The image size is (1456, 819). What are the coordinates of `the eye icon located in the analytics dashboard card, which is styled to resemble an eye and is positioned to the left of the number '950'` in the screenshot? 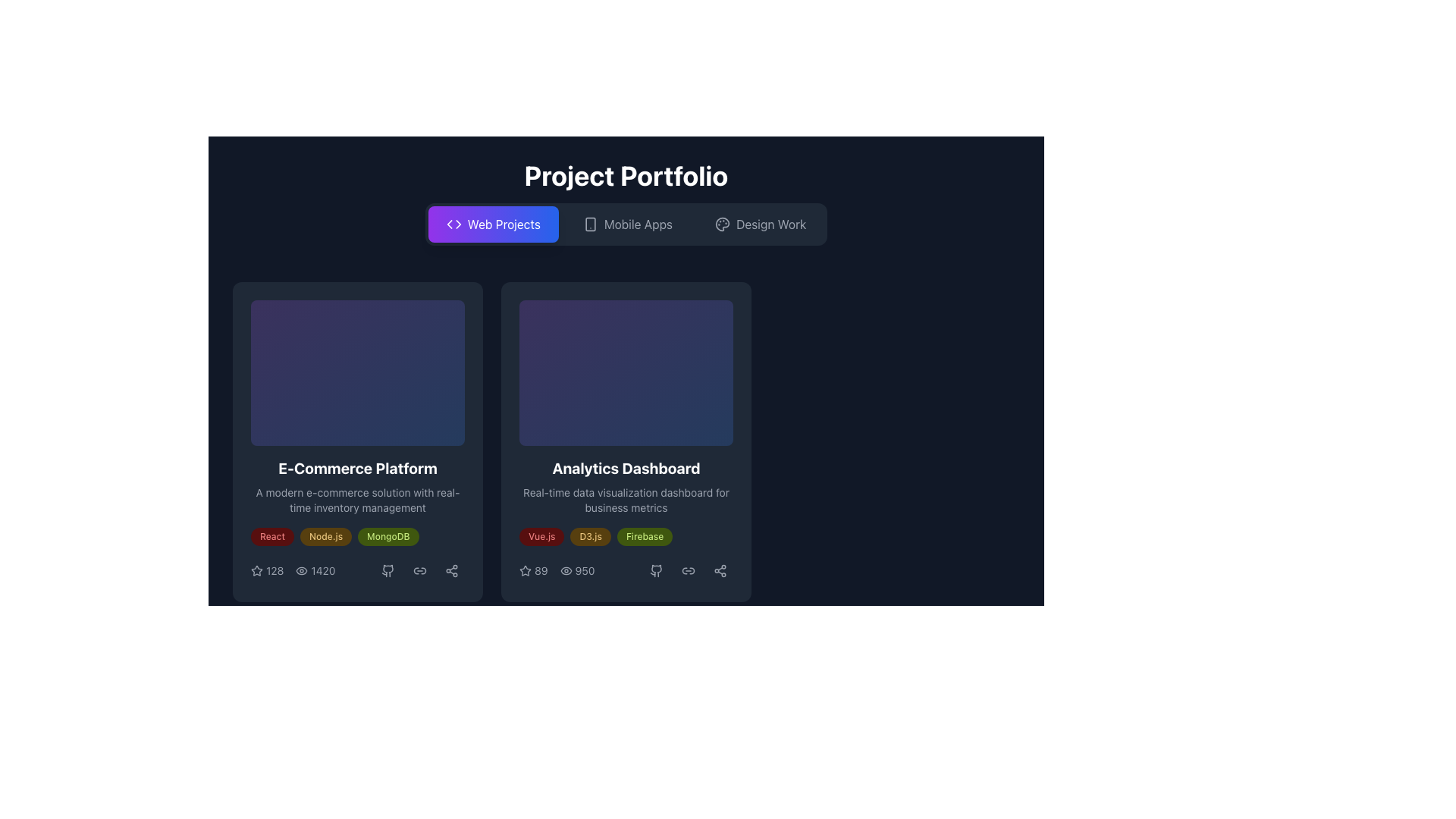 It's located at (565, 570).